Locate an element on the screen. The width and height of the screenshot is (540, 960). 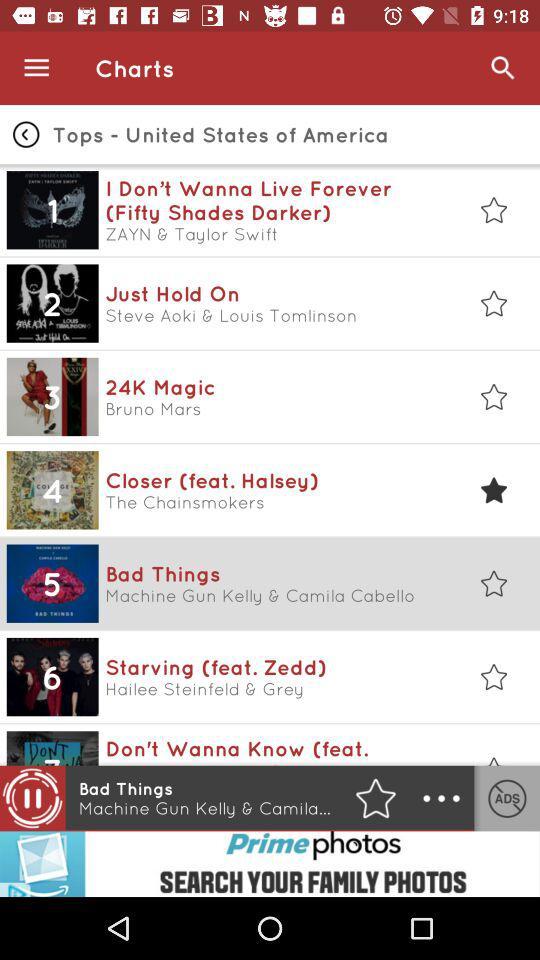
the arrow_backward icon is located at coordinates (25, 133).